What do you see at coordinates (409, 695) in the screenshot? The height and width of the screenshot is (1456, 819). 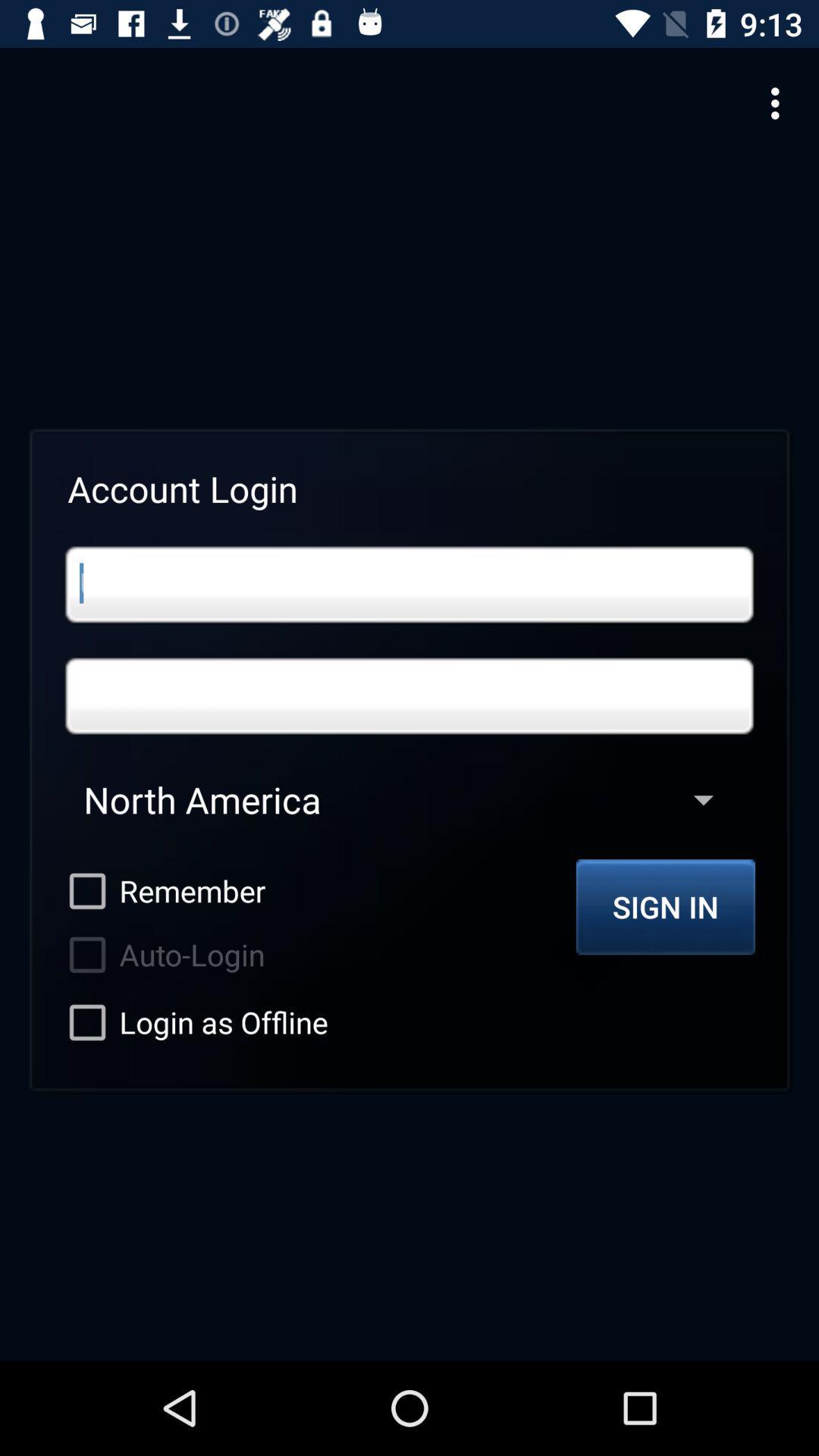 I see `password input on a form` at bounding box center [409, 695].